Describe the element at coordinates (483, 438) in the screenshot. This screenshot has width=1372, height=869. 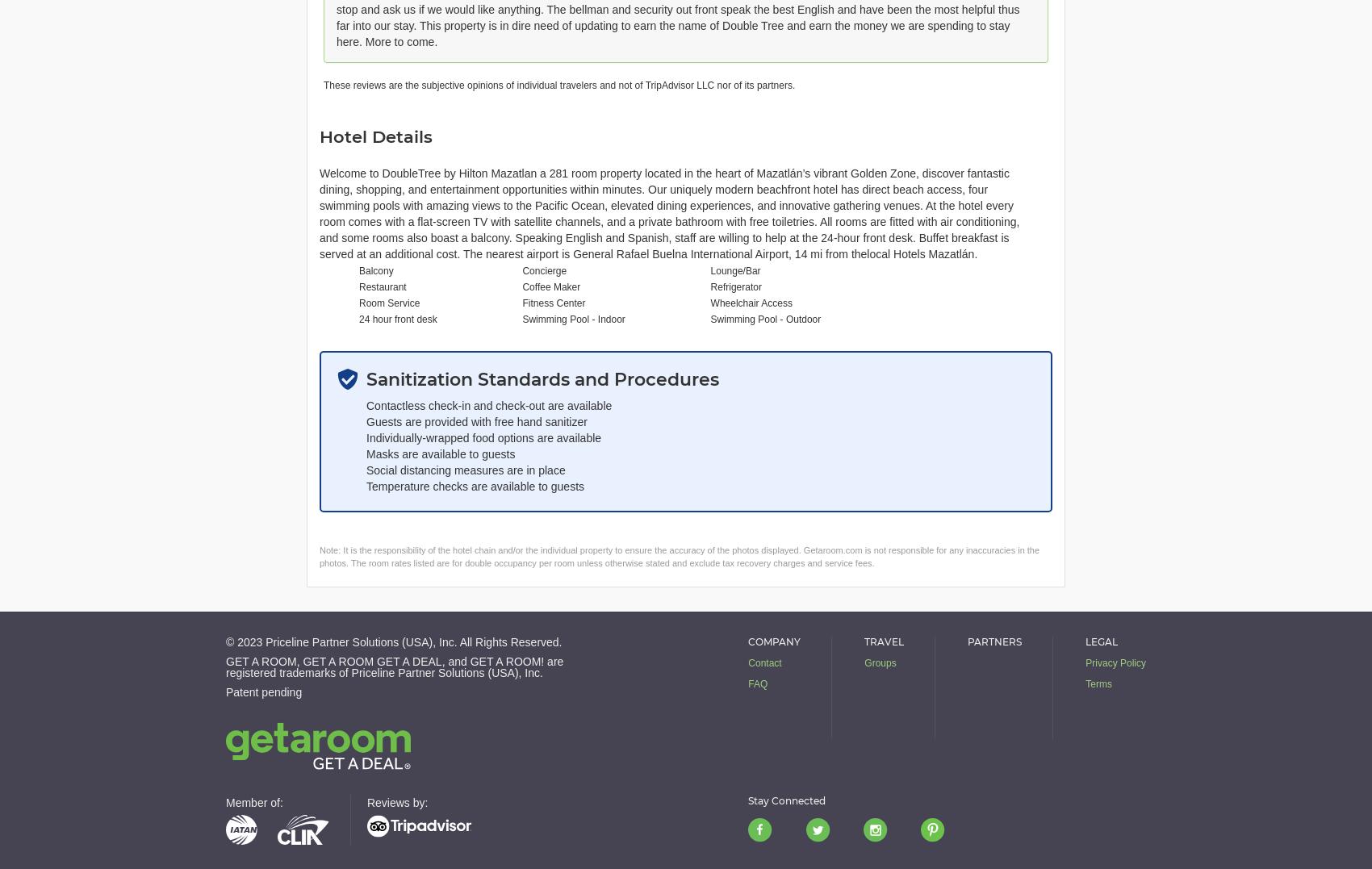
I see `'Individually-wrapped food options are available'` at that location.